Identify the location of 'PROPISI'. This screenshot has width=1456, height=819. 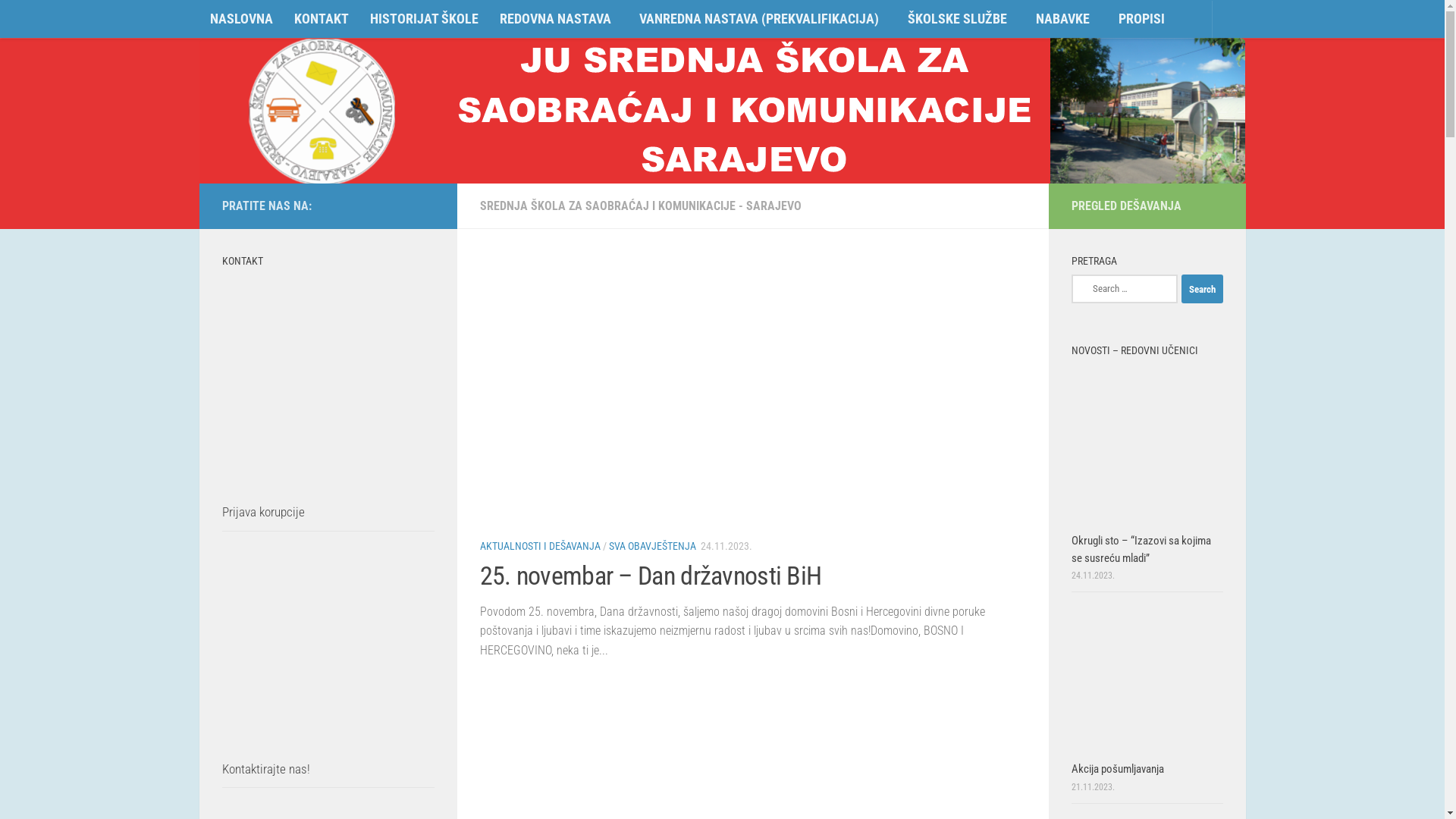
(1141, 18).